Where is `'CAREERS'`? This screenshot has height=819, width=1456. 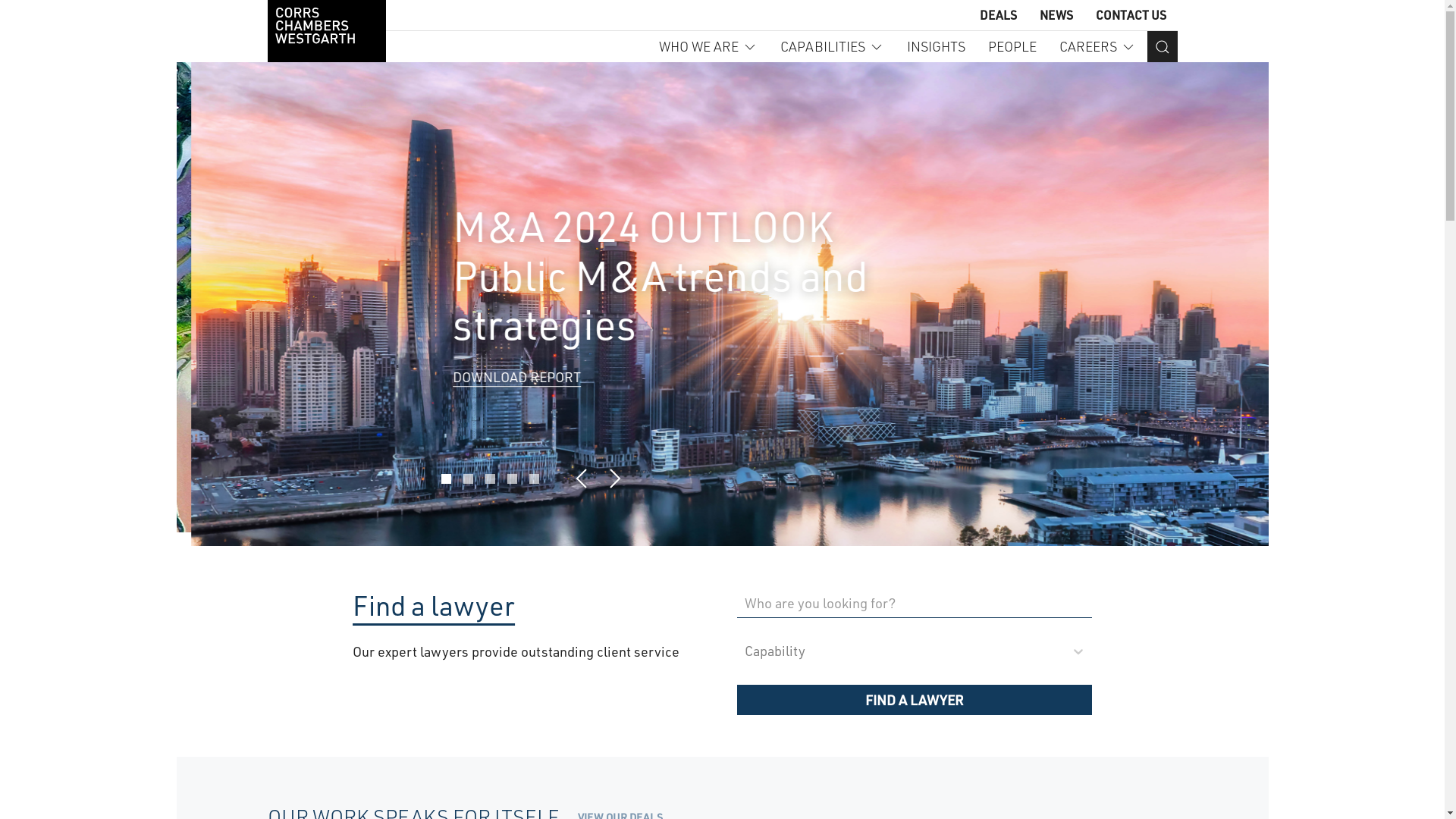 'CAREERS' is located at coordinates (1097, 45).